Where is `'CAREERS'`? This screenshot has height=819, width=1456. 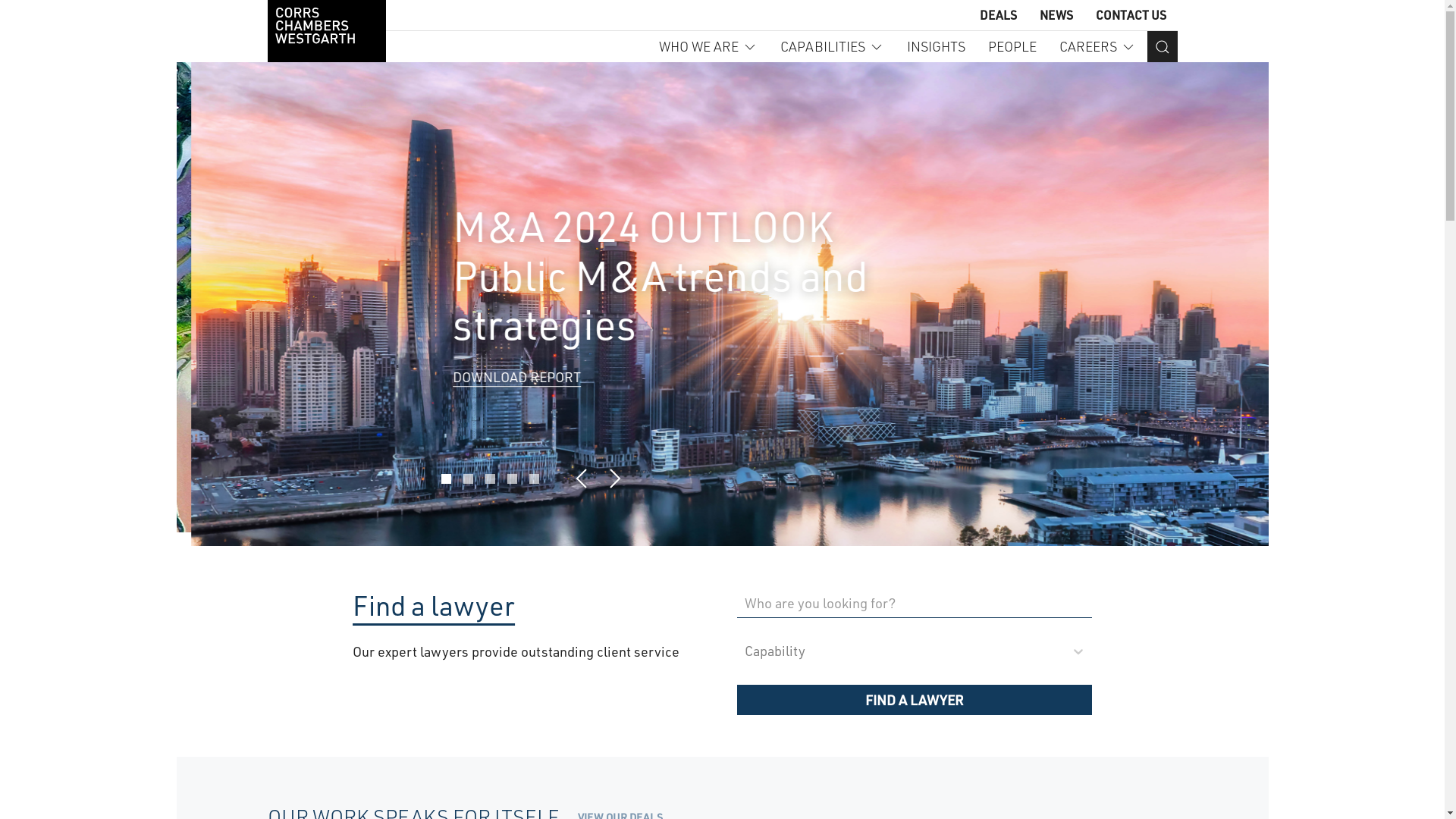 'CAREERS' is located at coordinates (1097, 45).